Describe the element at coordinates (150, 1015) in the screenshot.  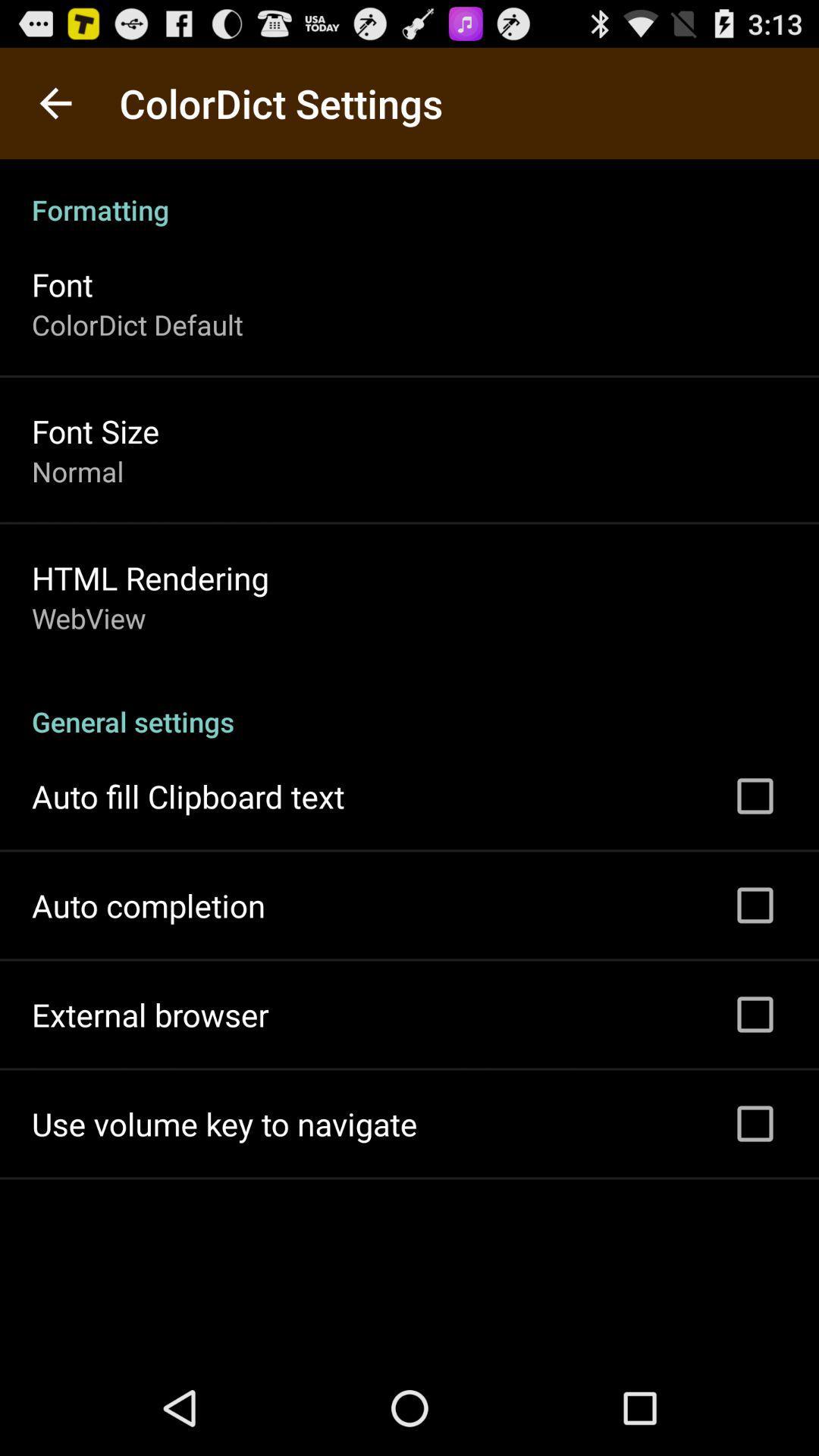
I see `the app below the auto completion icon` at that location.